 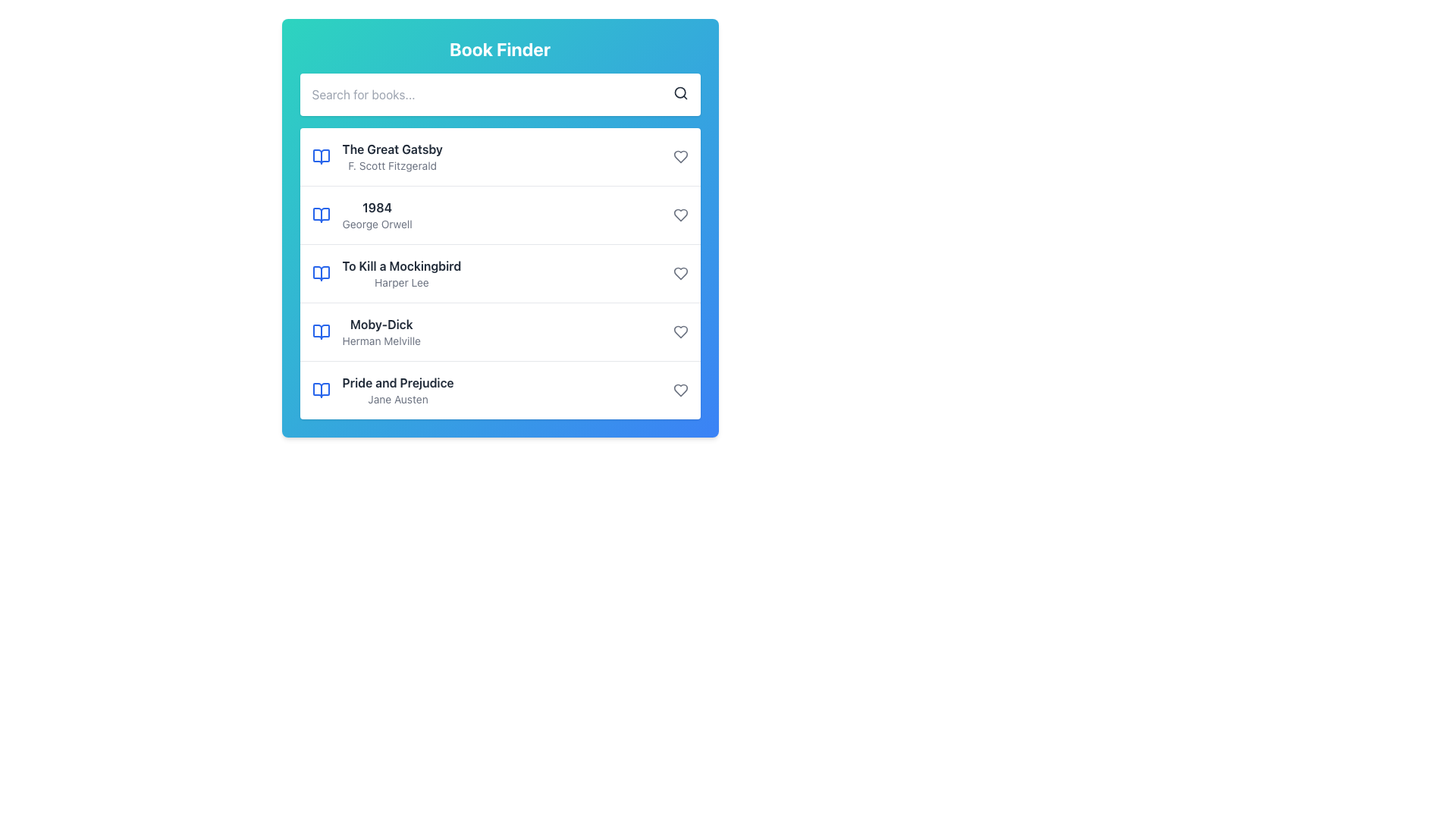 What do you see at coordinates (679, 157) in the screenshot?
I see `the heart icon button located at the far right of the first row in the 'Book Finder' panel, which contains the book title 'The Great Gatsby' and the author 'F. Scott Fitzgerald'` at bounding box center [679, 157].